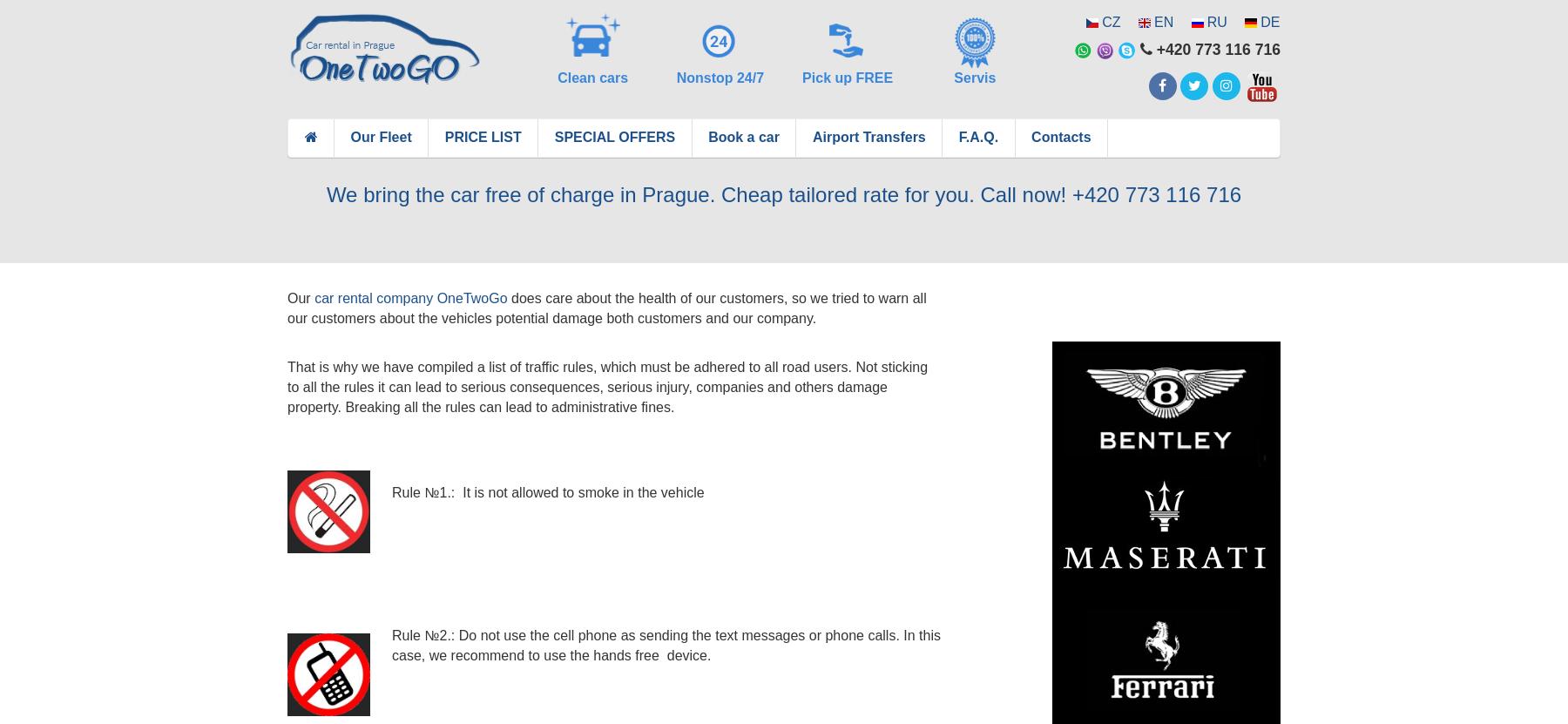  Describe the element at coordinates (381, 136) in the screenshot. I see `'Our Fleet'` at that location.